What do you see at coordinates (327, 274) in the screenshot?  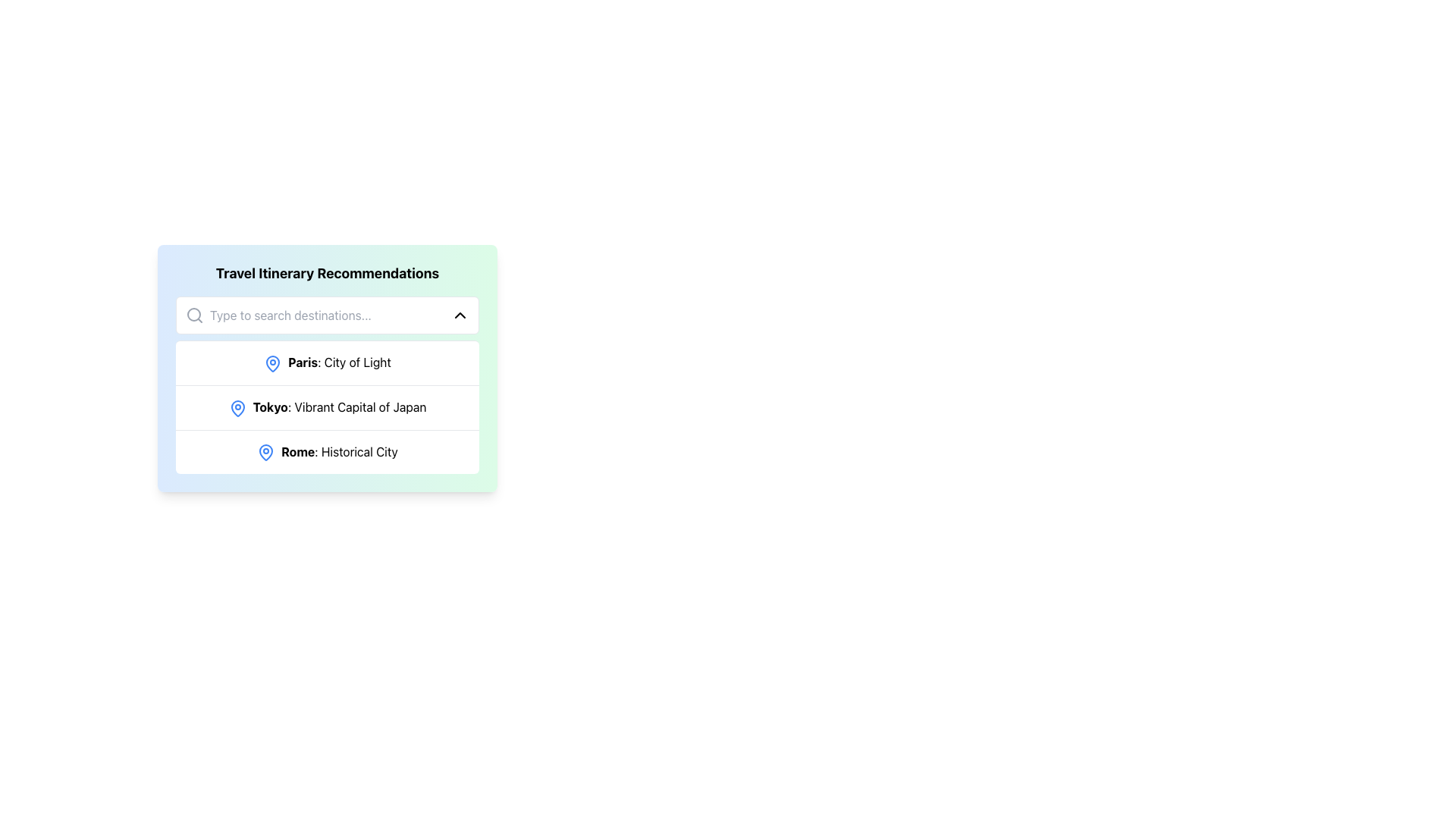 I see `the heading text` at bounding box center [327, 274].